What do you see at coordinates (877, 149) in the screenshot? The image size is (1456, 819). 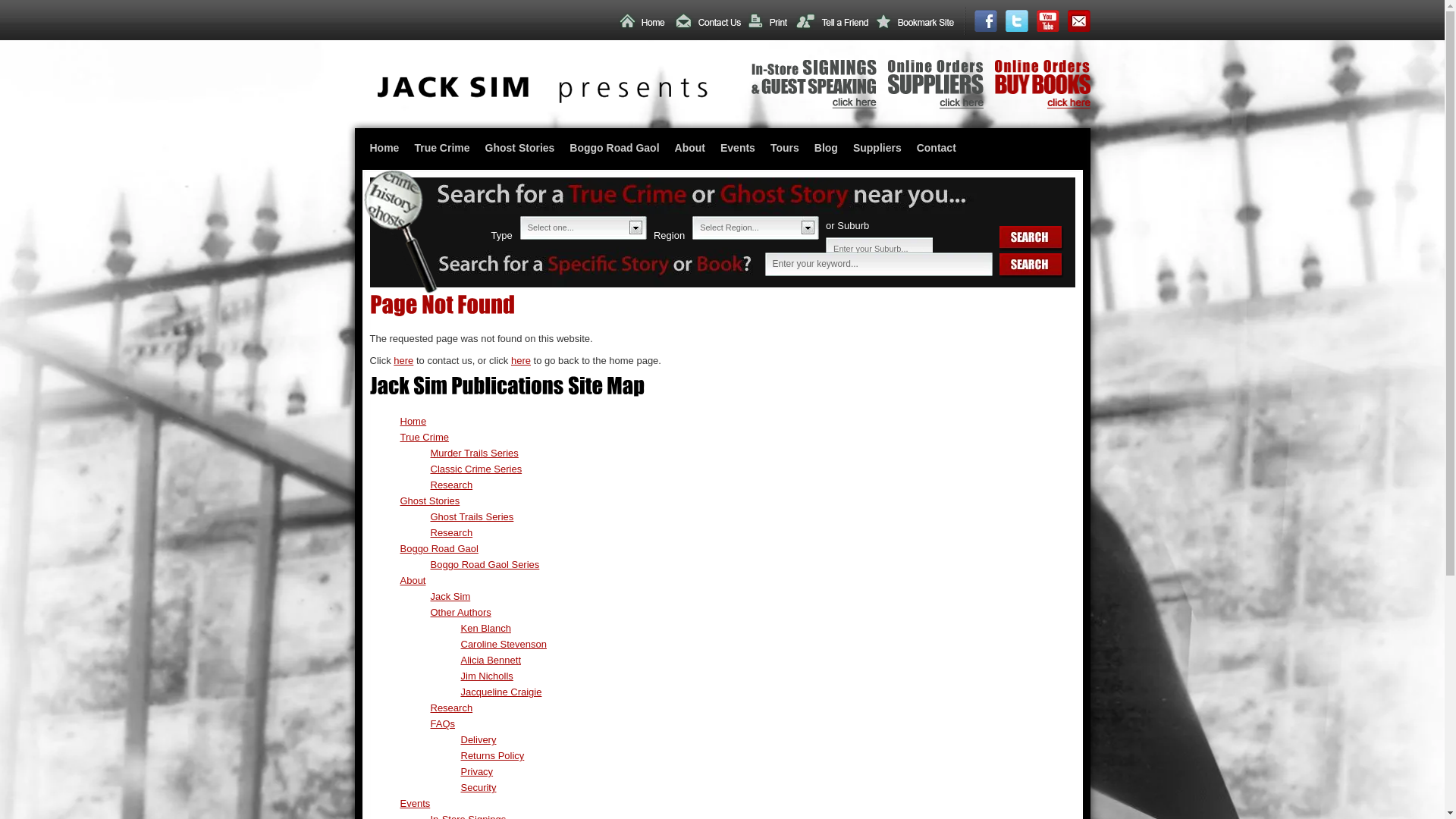 I see `'Suppliers'` at bounding box center [877, 149].